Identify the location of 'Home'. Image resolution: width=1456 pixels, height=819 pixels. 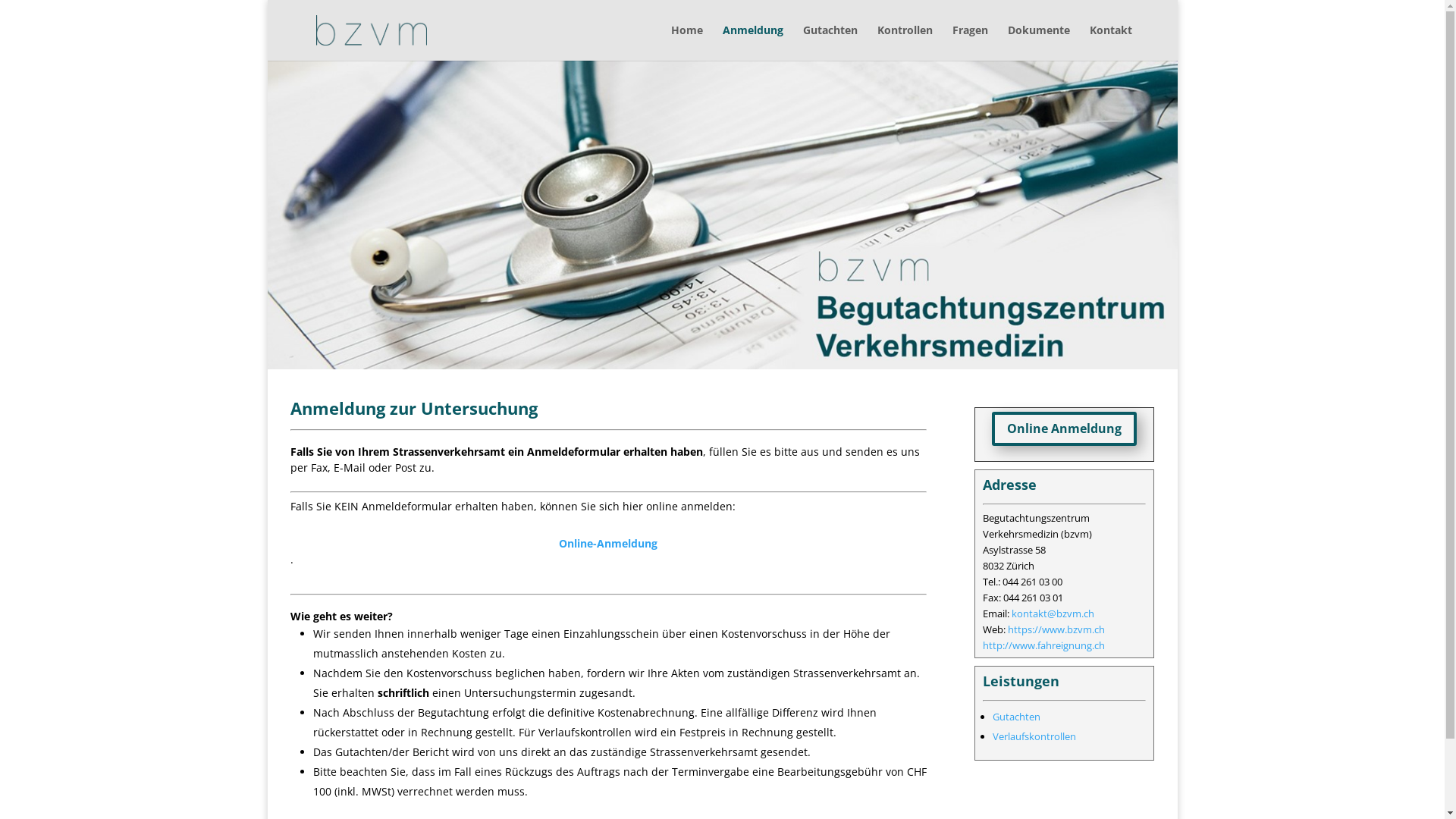
(686, 42).